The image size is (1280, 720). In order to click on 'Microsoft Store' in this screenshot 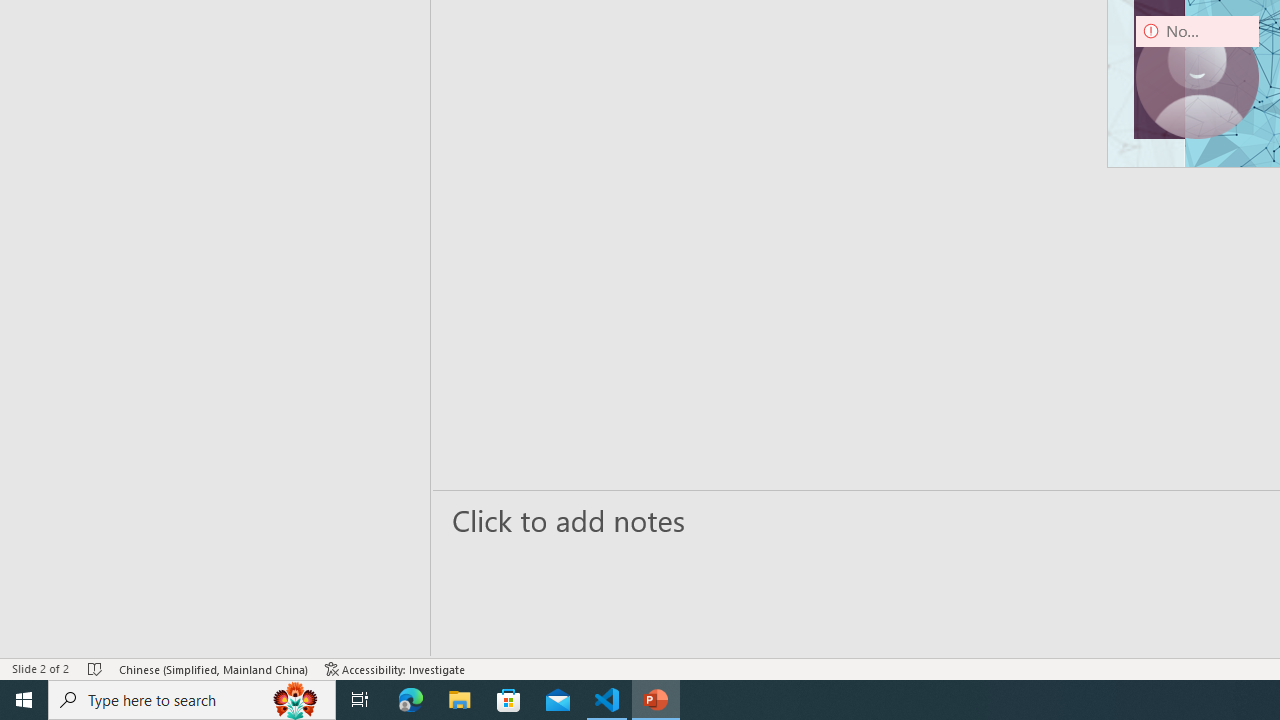, I will do `click(509, 698)`.